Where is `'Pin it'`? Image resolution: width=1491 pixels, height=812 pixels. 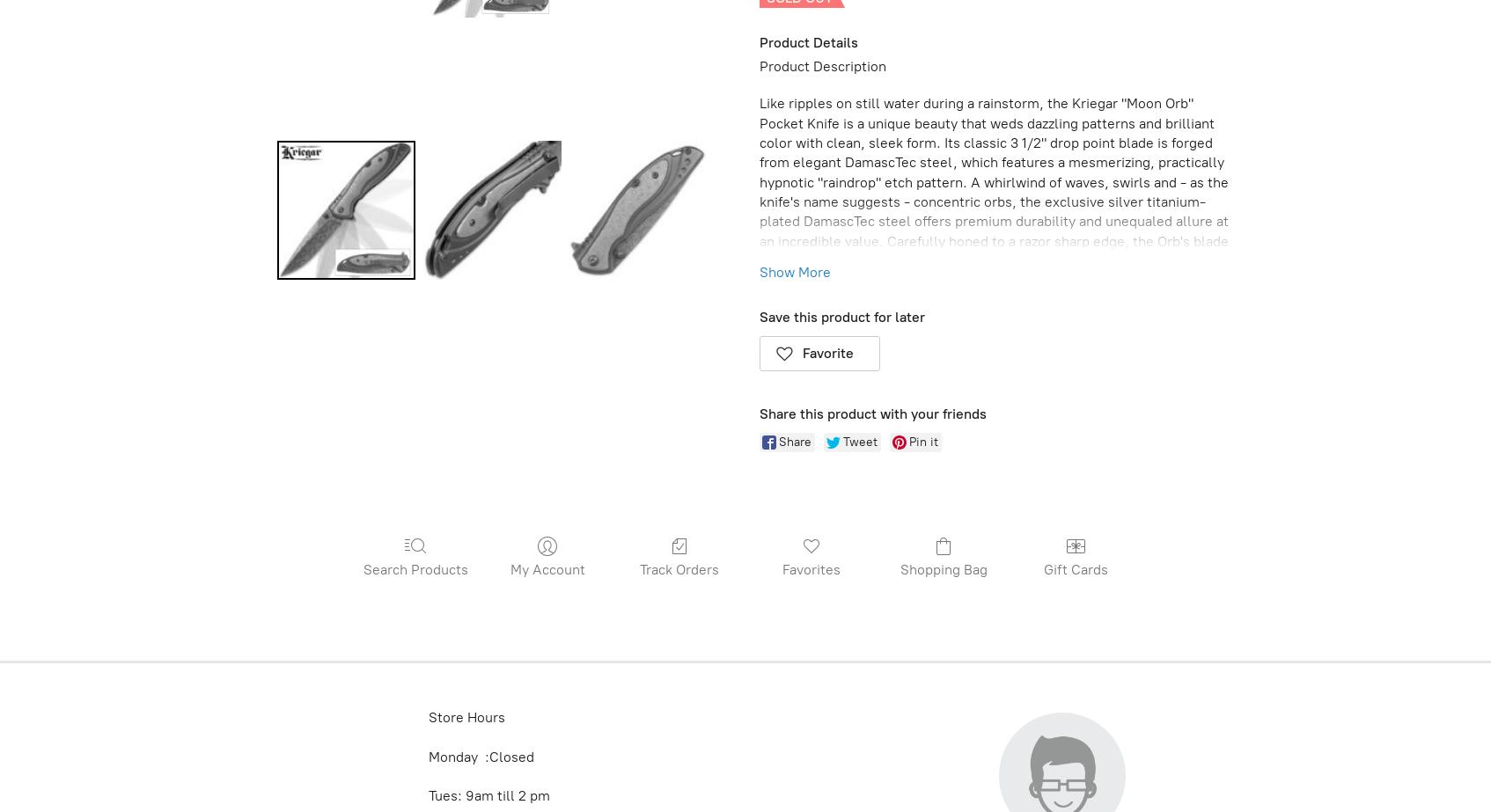
'Pin it' is located at coordinates (923, 440).